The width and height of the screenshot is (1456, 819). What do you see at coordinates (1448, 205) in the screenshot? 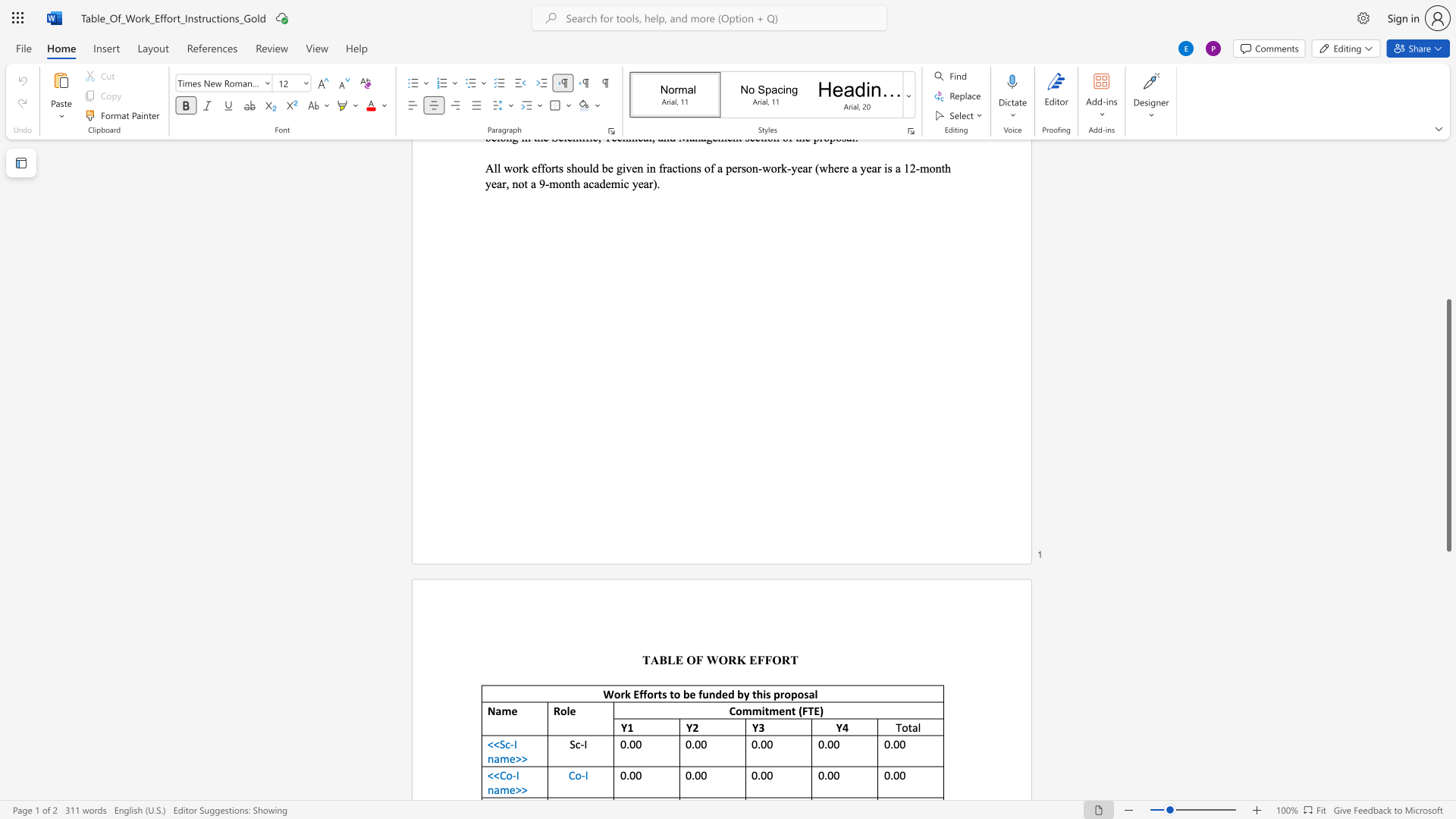
I see `the scrollbar to scroll the page up` at bounding box center [1448, 205].